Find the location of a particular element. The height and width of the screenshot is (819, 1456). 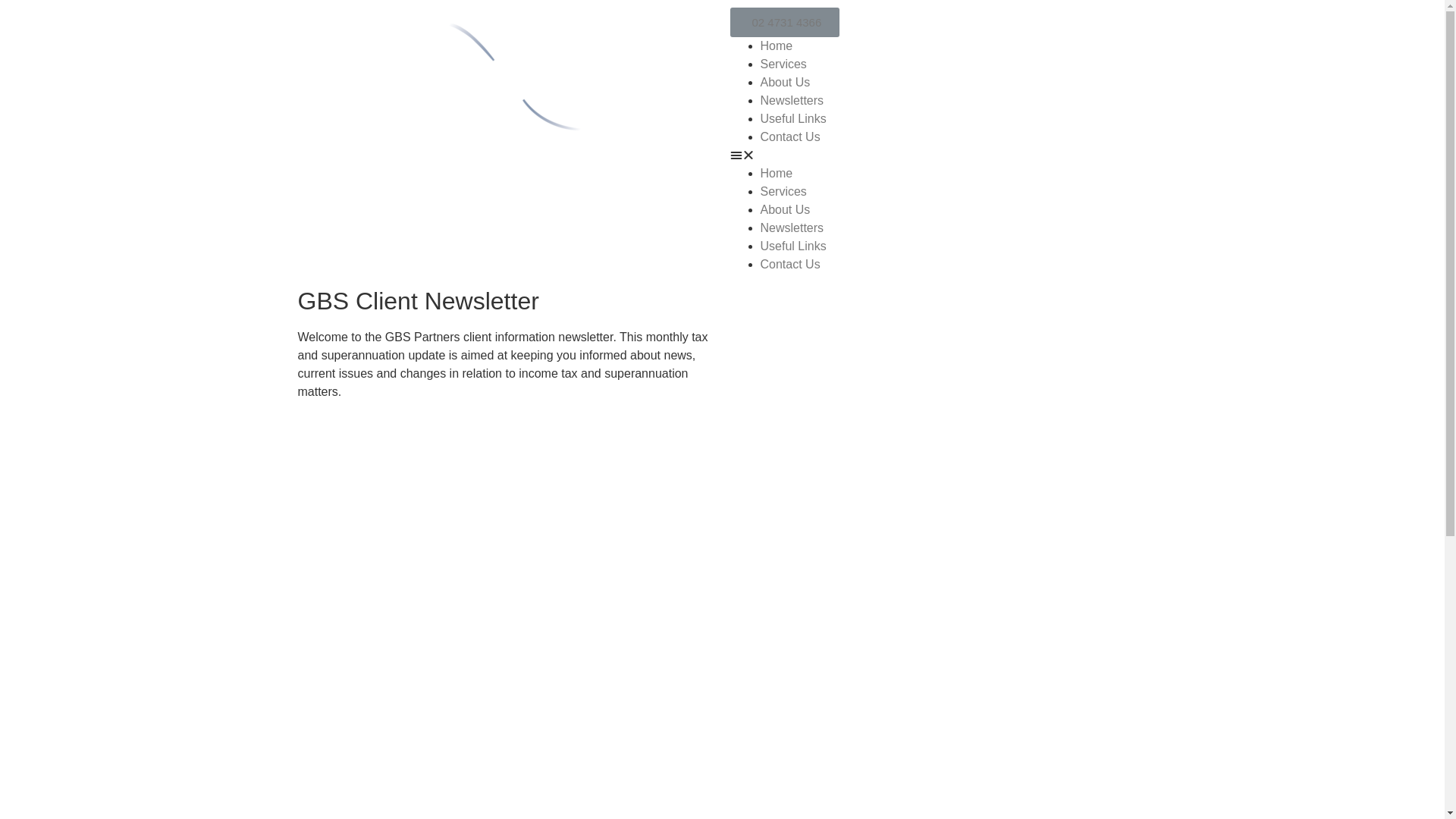

'Services' is located at coordinates (783, 63).